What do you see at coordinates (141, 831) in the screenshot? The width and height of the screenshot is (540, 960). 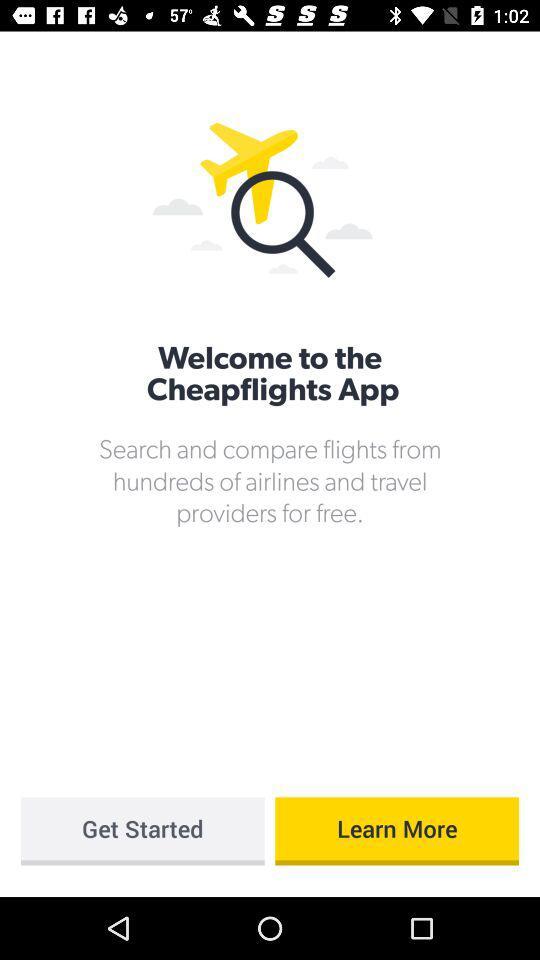 I see `icon next to learn more icon` at bounding box center [141, 831].